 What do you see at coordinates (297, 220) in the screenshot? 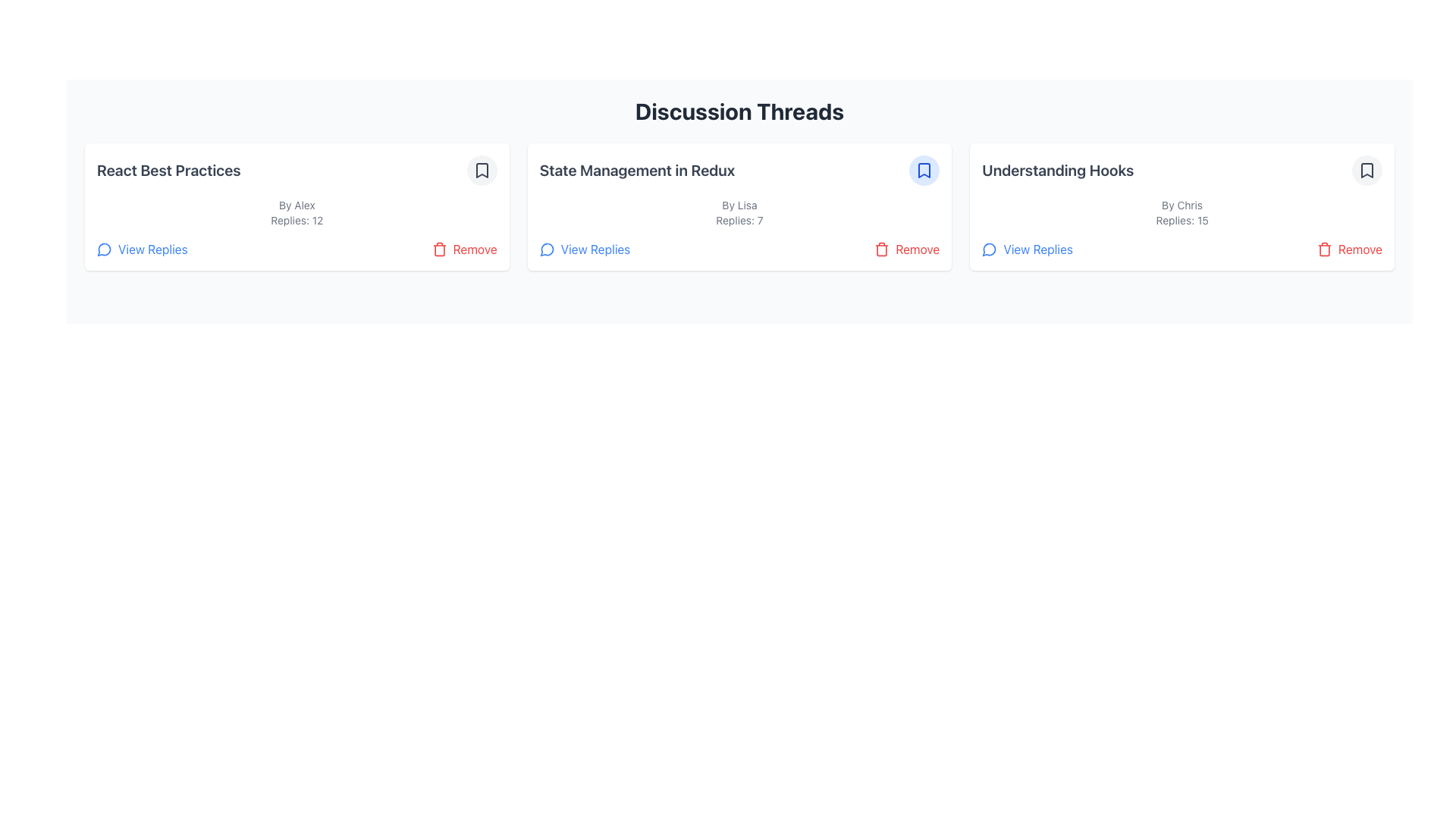
I see `the text label displaying 'Replies: 12' located within the 'React Best Practices' card, positioned below 'By Alex' and above 'View Replies' and 'Remove' actions` at bounding box center [297, 220].